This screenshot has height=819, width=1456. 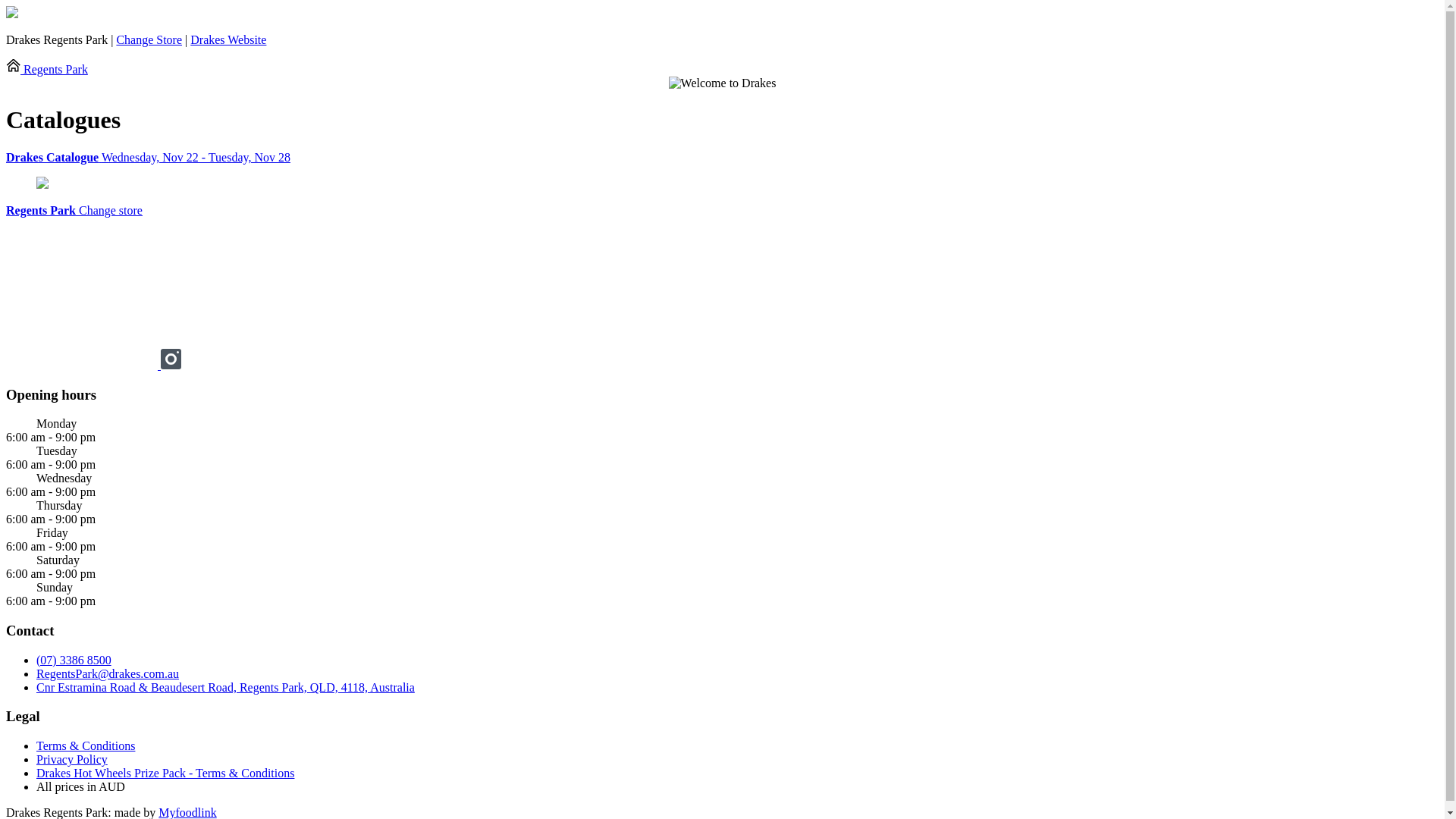 I want to click on 'Terms & Conditions', so click(x=85, y=745).